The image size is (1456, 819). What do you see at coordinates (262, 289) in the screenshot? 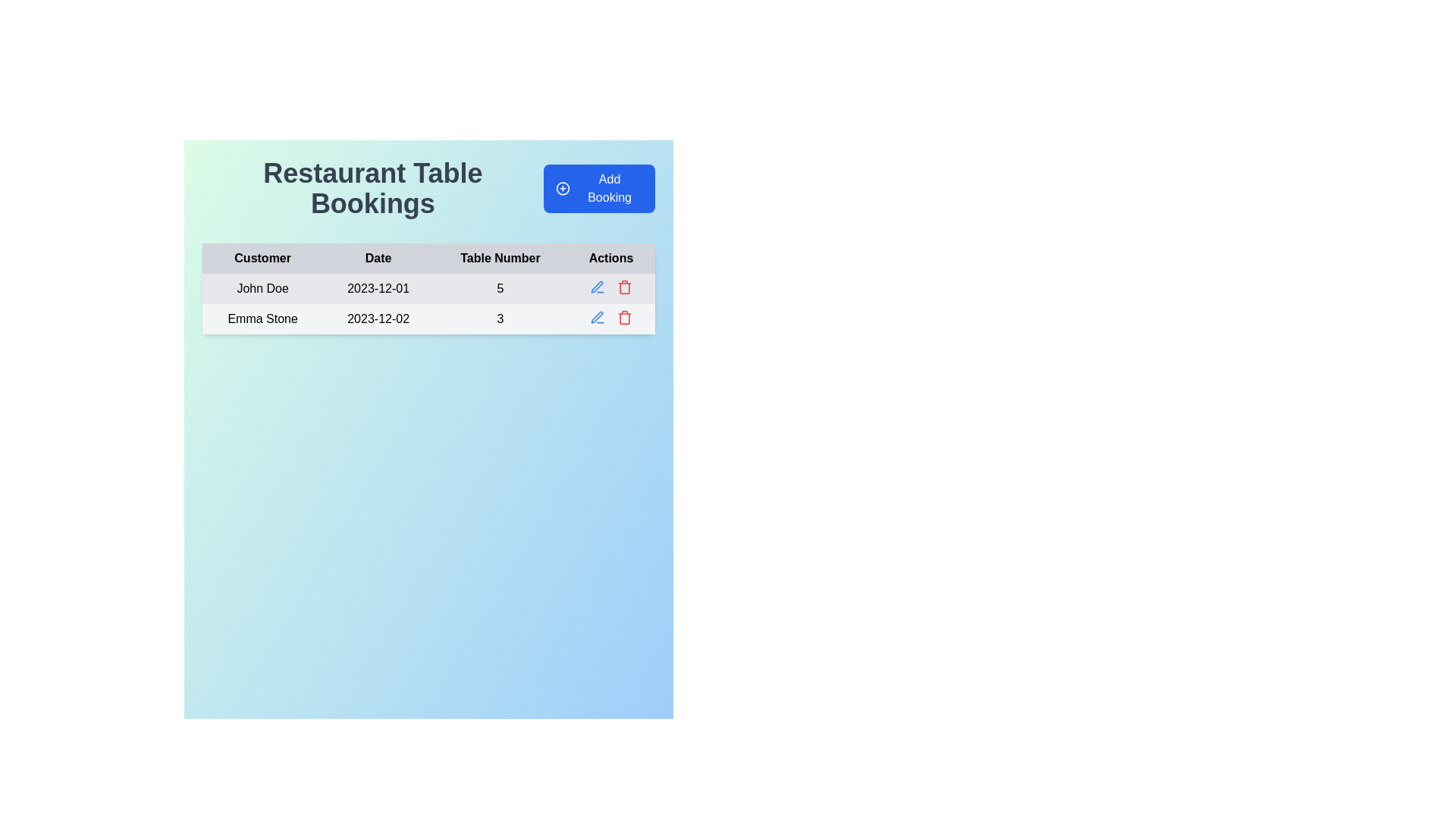
I see `the text label displaying the customer's name in the first cell of the 'Customer' column in the table` at bounding box center [262, 289].